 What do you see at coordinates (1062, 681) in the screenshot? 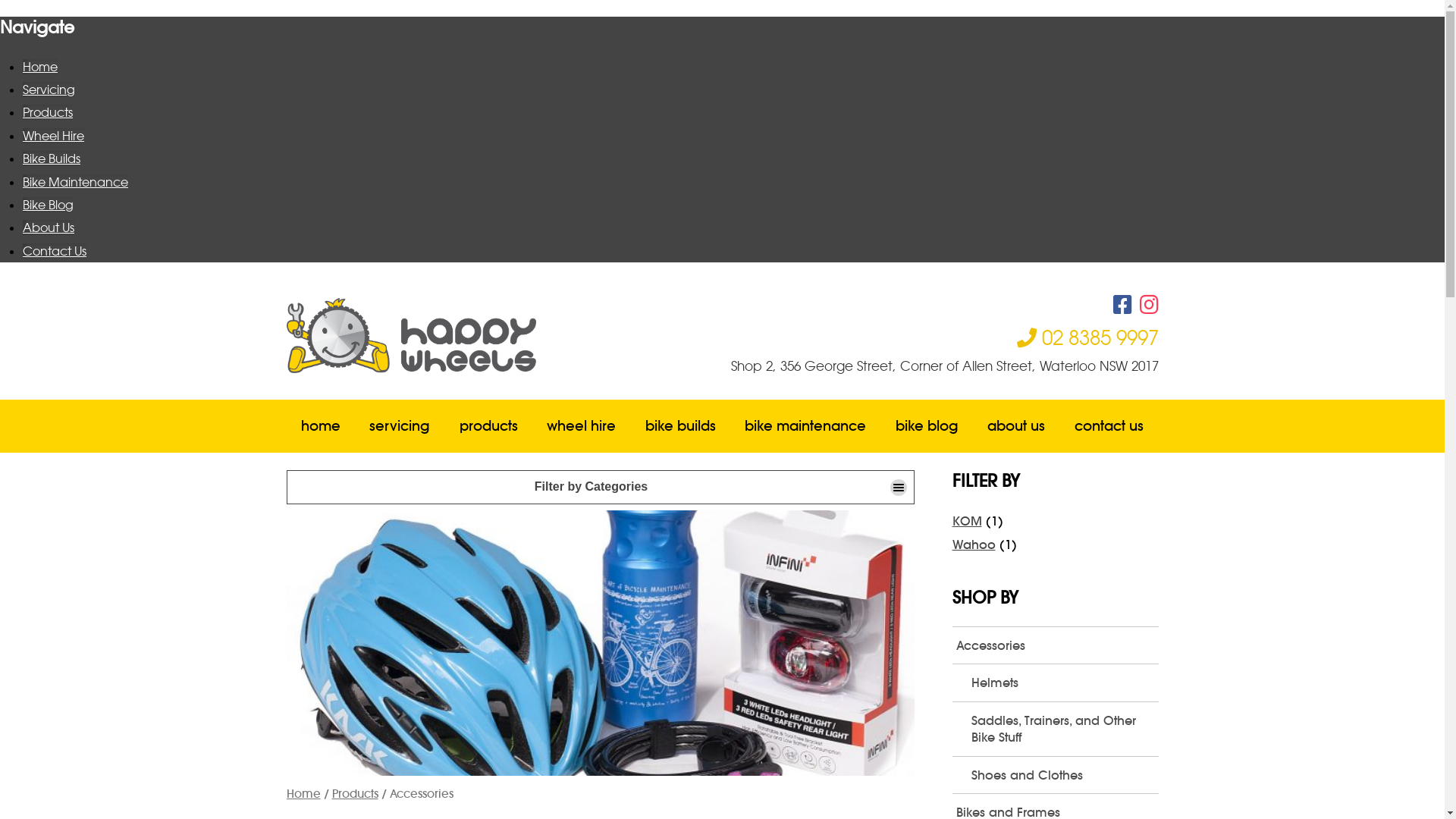
I see `'Helmets'` at bounding box center [1062, 681].